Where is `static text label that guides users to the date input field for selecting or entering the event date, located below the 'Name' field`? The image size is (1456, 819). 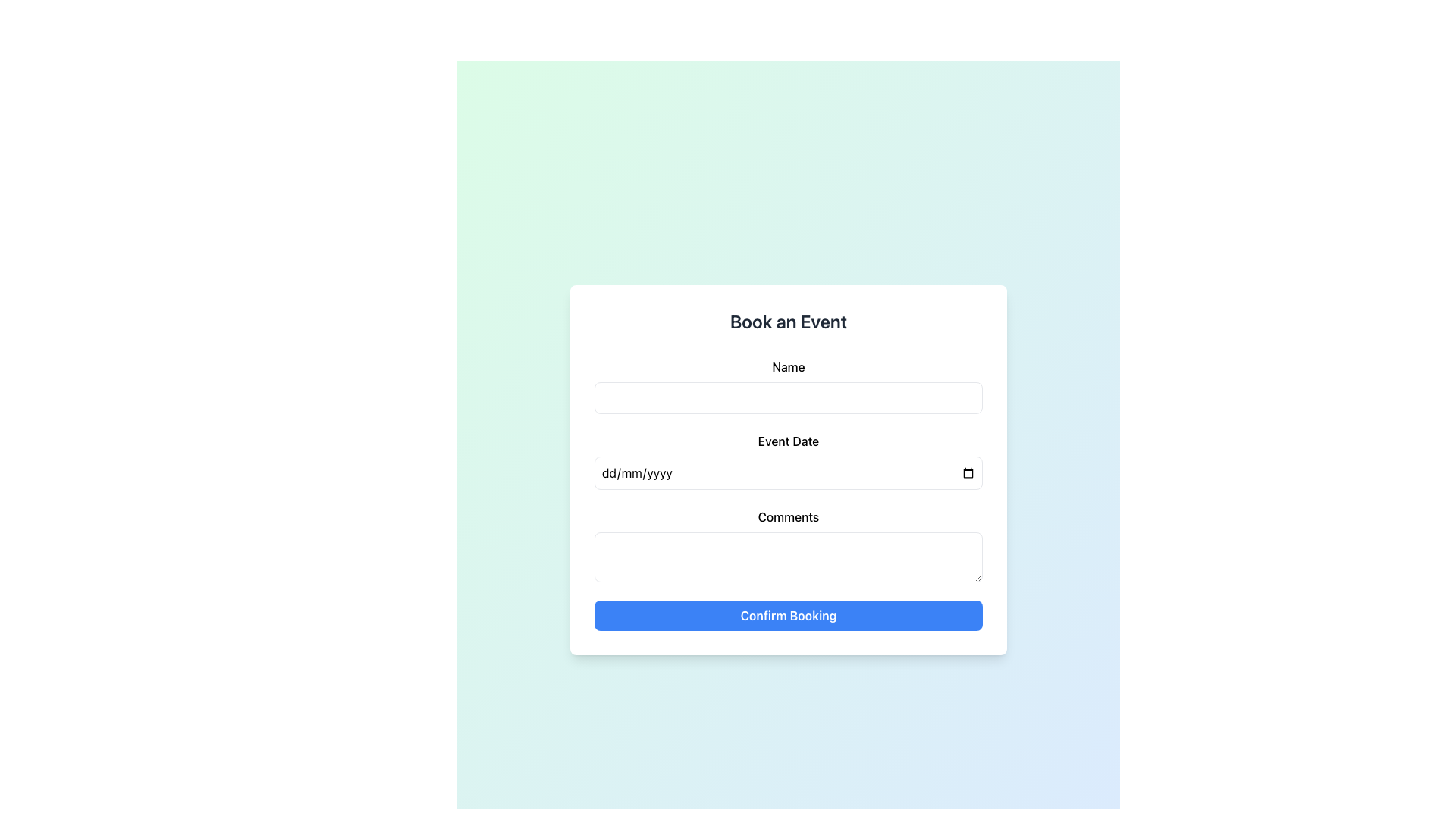
static text label that guides users to the date input field for selecting or entering the event date, located below the 'Name' field is located at coordinates (789, 441).